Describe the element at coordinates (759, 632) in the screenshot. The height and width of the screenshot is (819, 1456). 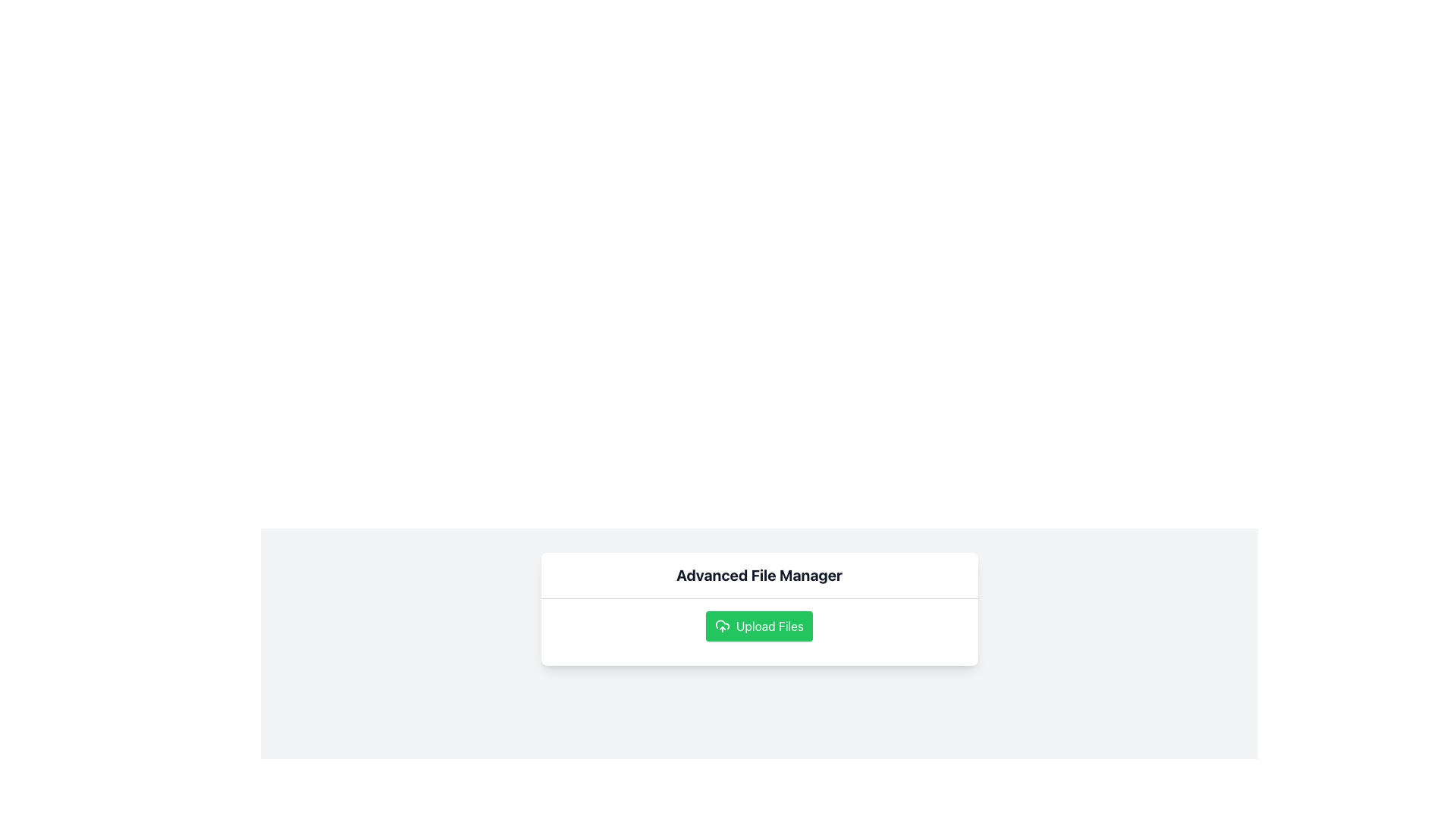
I see `the green 'Upload Files' button with a cloud upload icon to initiate the file upload process` at that location.